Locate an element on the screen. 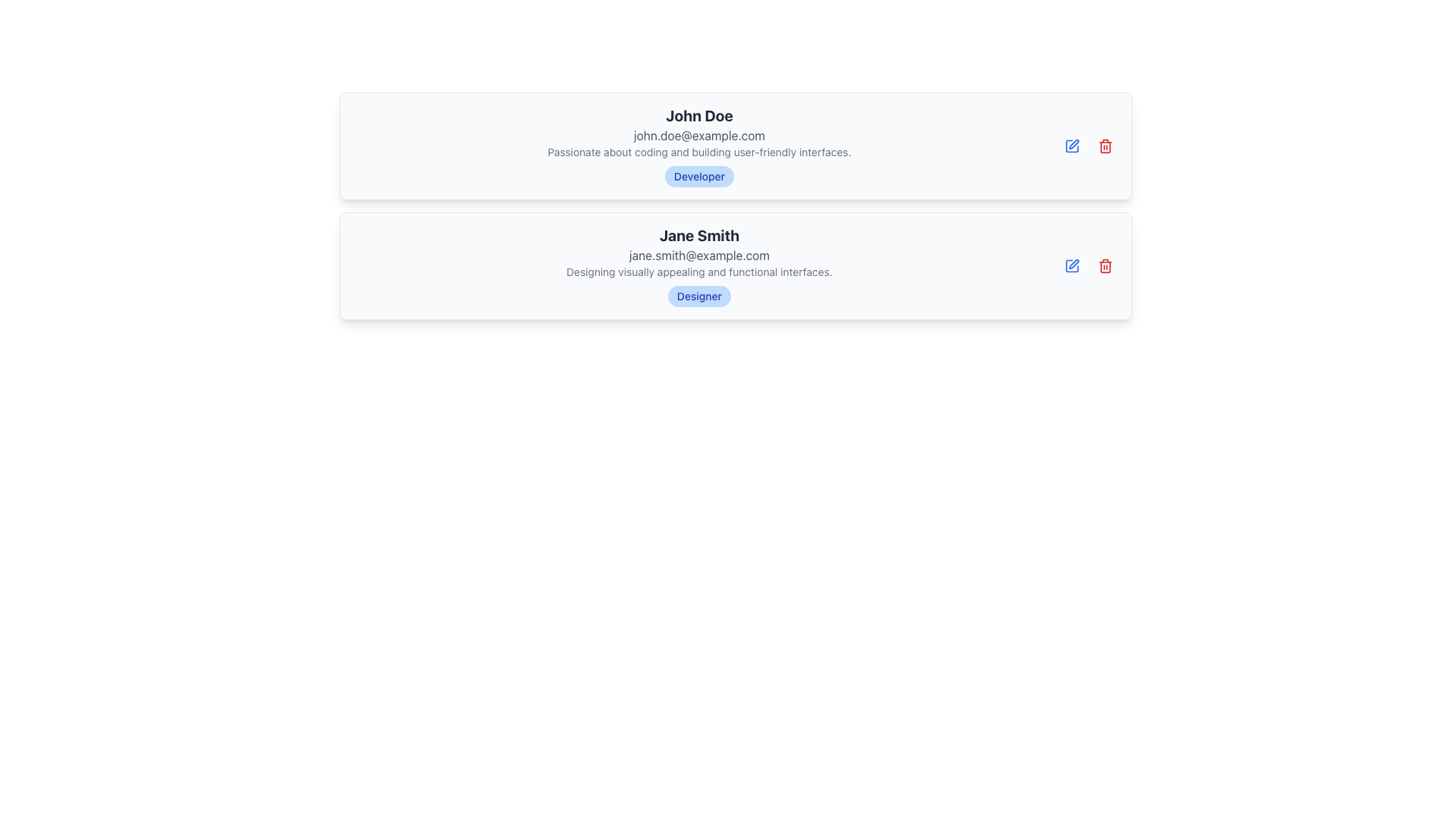 This screenshot has height=819, width=1456. the second button located to the top-right of the user entry for 'Jane Smith' is located at coordinates (1106, 265).